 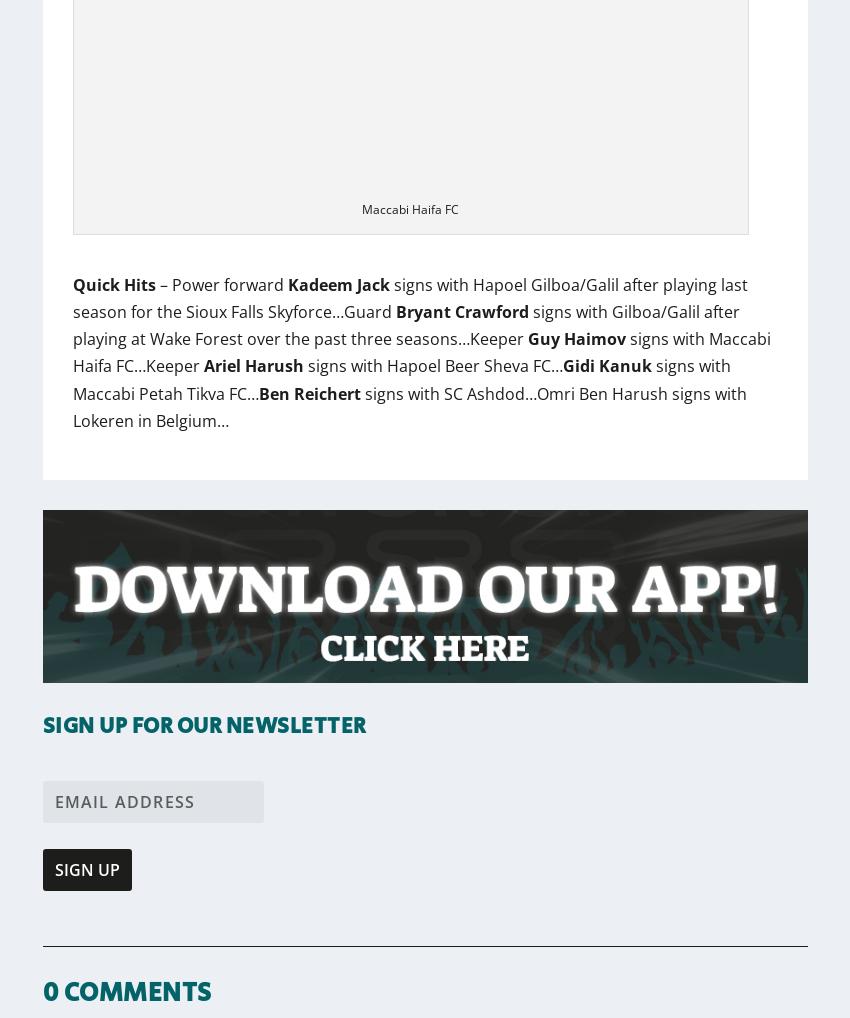 I want to click on 'signs with Hapoel Beer Sheva FC…', so click(x=431, y=365).